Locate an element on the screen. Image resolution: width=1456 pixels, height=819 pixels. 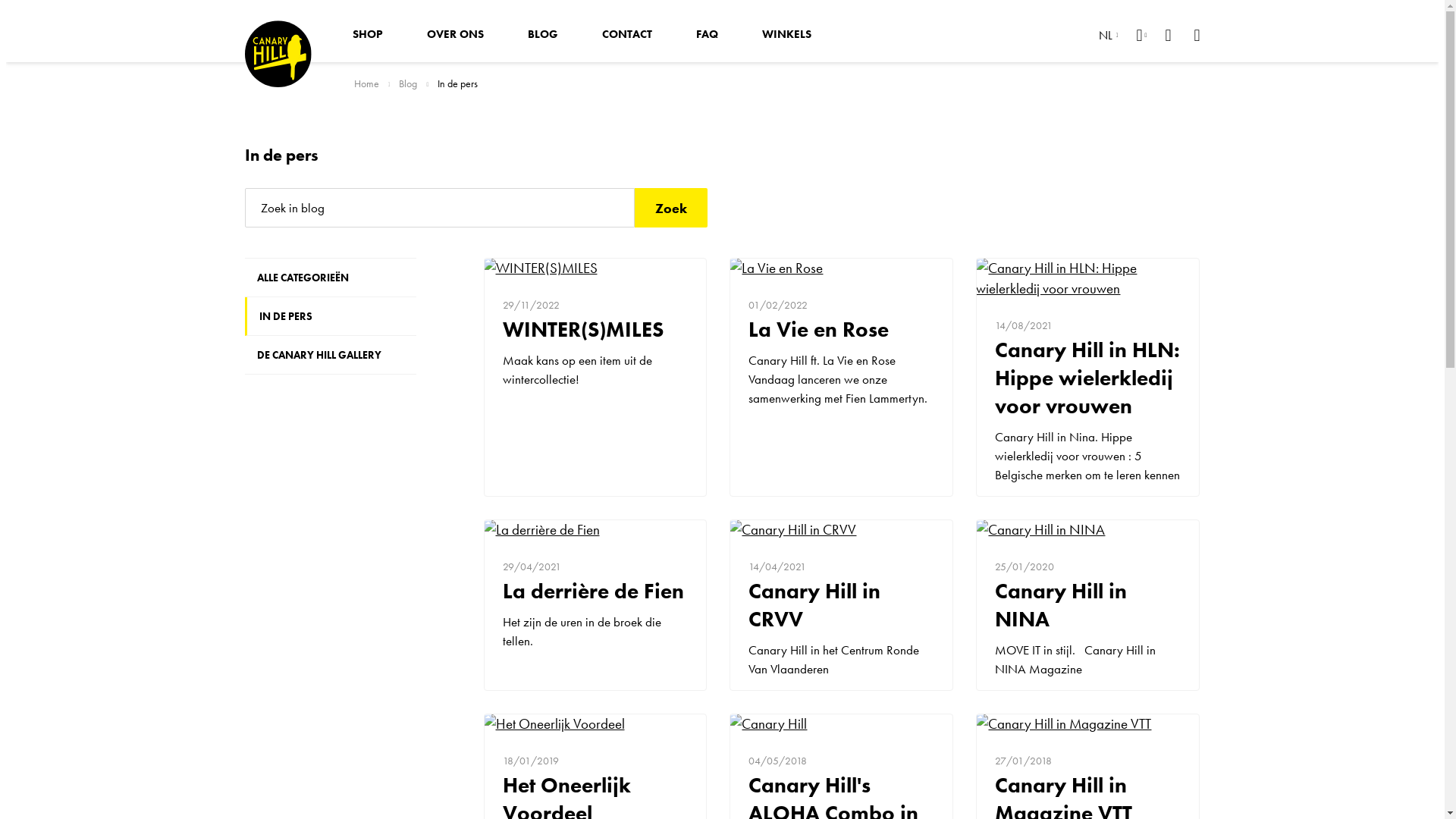
'Blog' is located at coordinates (407, 83).